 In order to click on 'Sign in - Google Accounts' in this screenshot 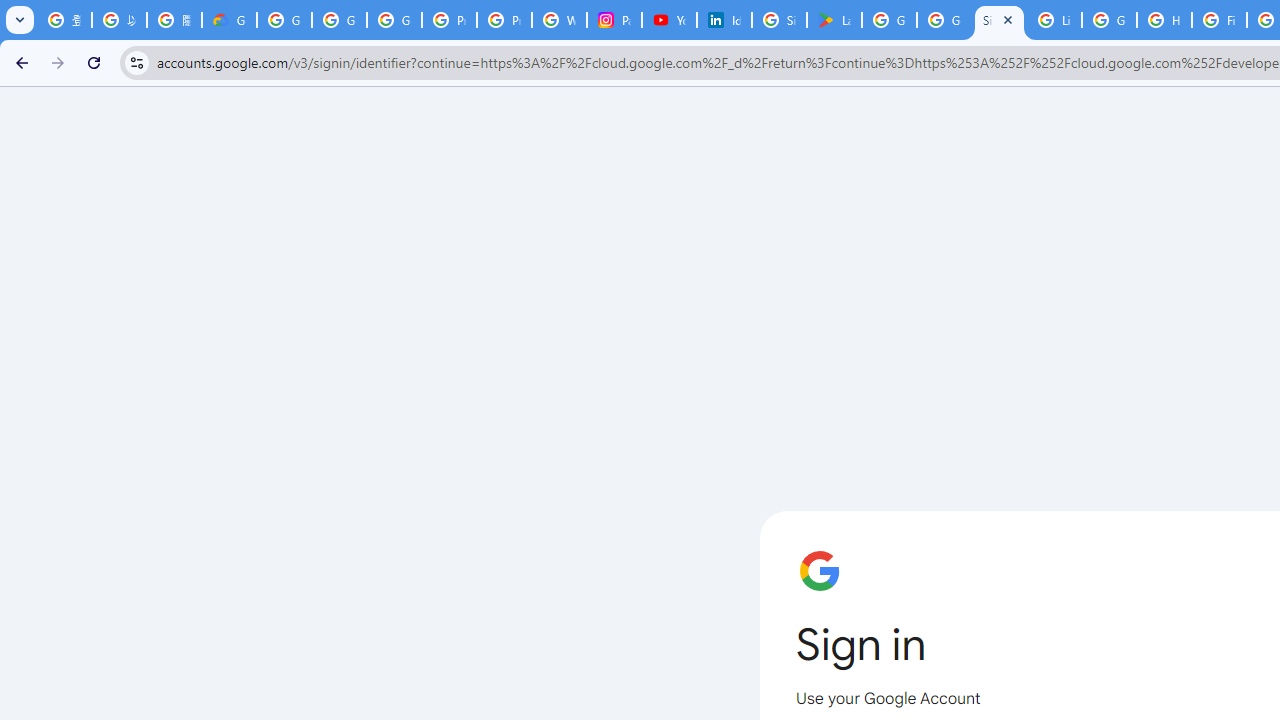, I will do `click(999, 20)`.